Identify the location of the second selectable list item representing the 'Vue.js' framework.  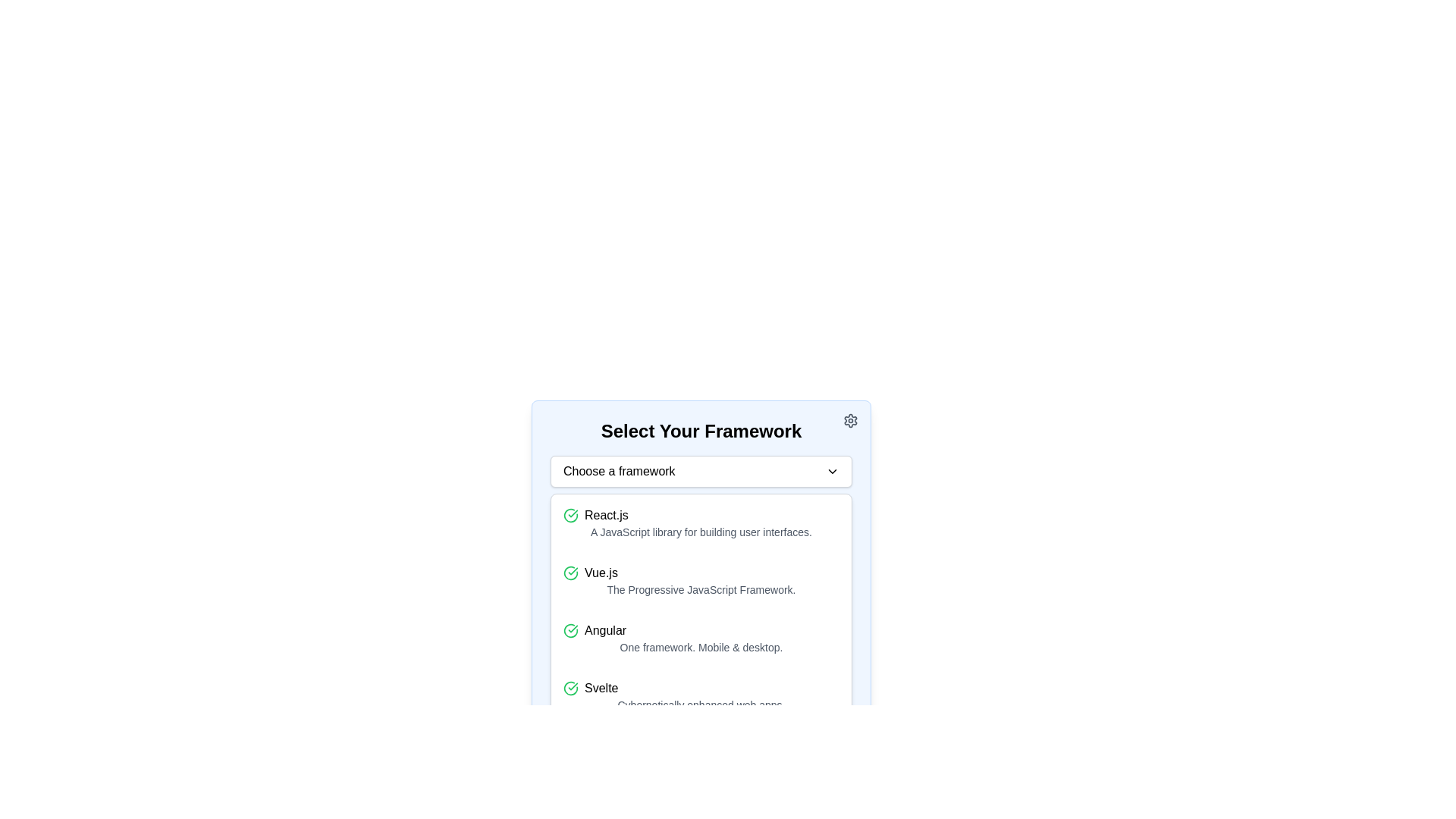
(701, 573).